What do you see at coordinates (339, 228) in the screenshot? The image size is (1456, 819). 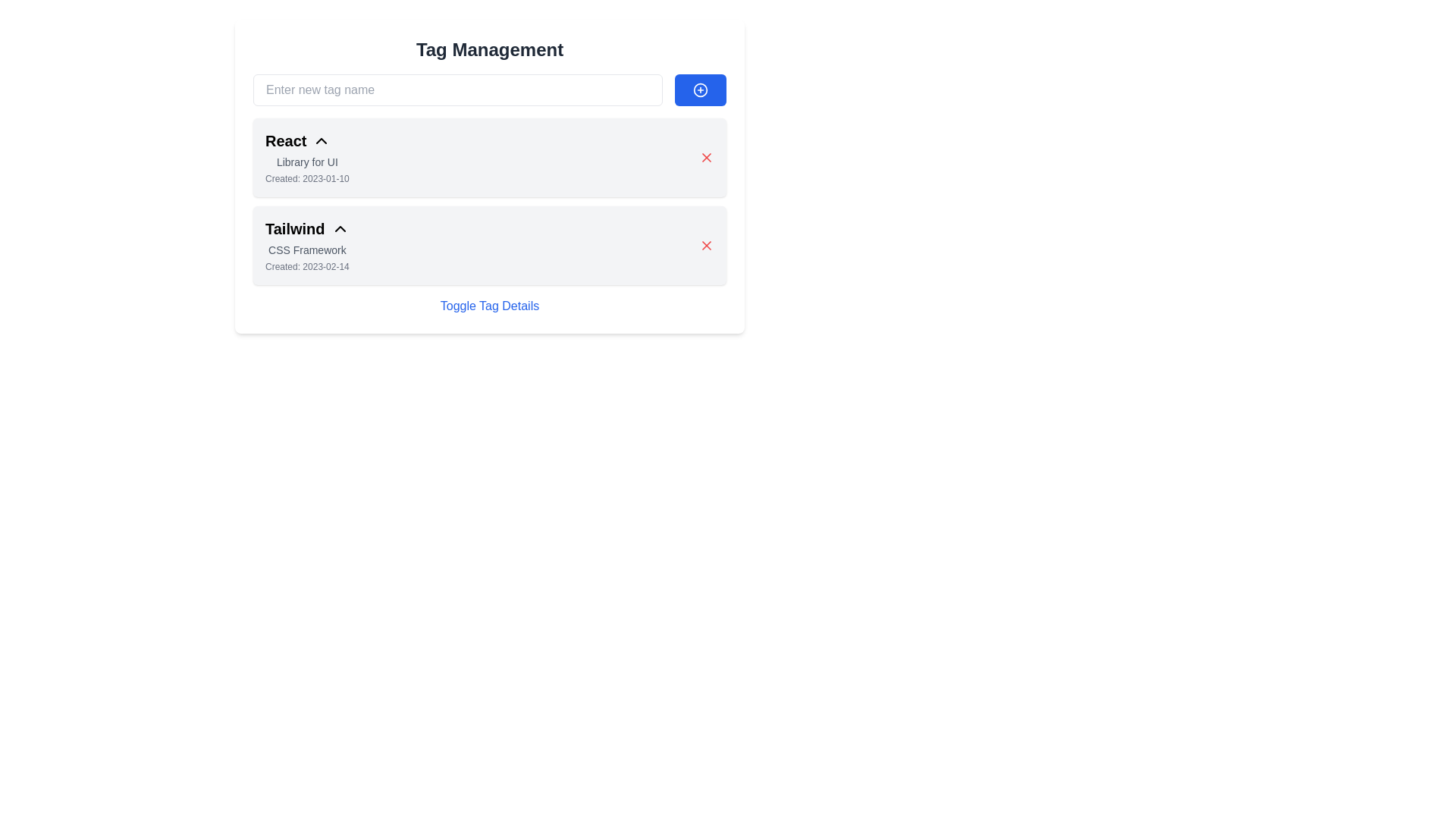 I see `the interactive button located to the right of the 'Tailwind' text` at bounding box center [339, 228].